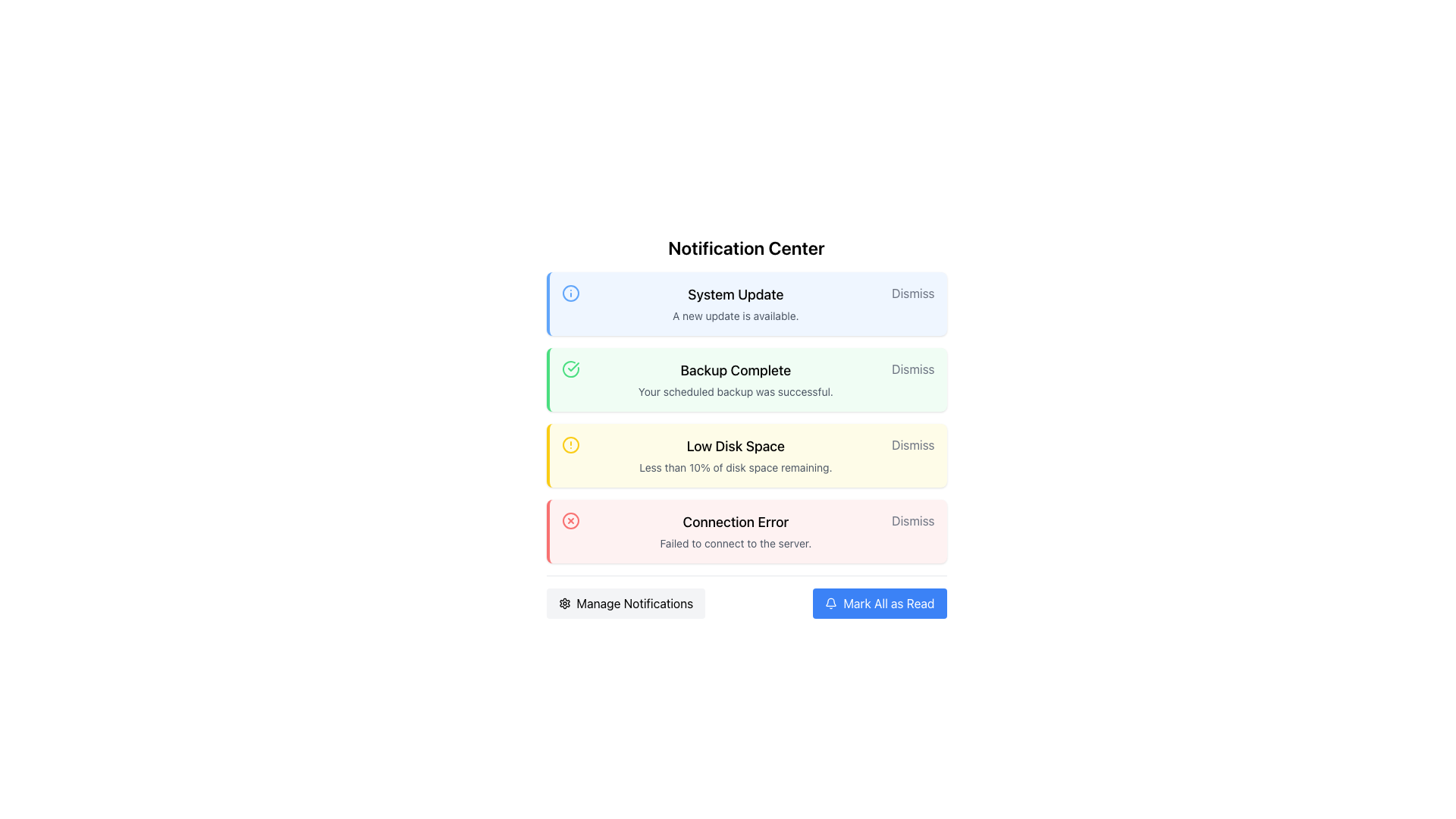 Image resolution: width=1456 pixels, height=819 pixels. I want to click on the cog-shaped settings icon located in the lower-left corner of the interface, adjacent to the 'Manage Notifications' button, so click(563, 602).